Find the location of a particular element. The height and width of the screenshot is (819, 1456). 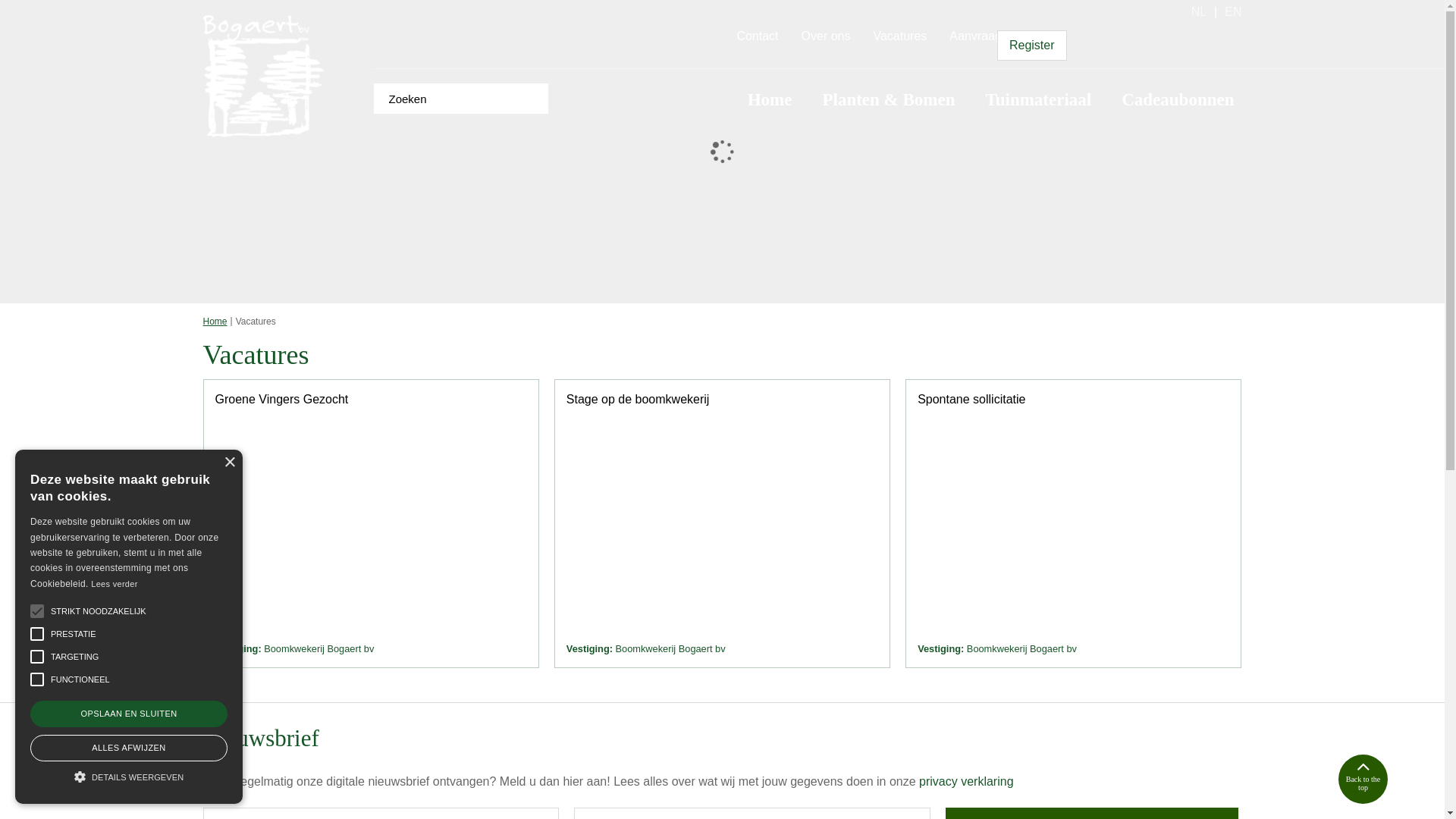

'Contact' is located at coordinates (757, 36).